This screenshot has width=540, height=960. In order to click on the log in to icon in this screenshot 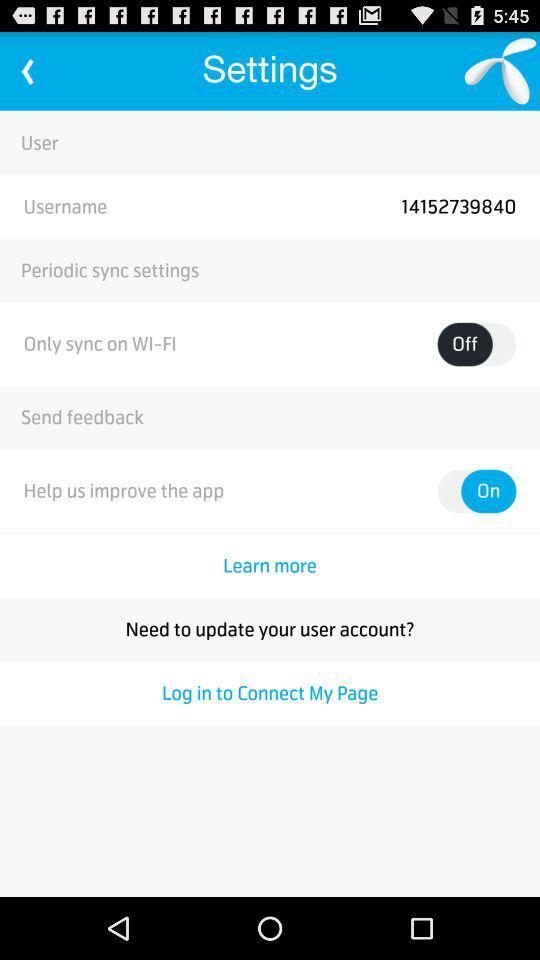, I will do `click(270, 693)`.